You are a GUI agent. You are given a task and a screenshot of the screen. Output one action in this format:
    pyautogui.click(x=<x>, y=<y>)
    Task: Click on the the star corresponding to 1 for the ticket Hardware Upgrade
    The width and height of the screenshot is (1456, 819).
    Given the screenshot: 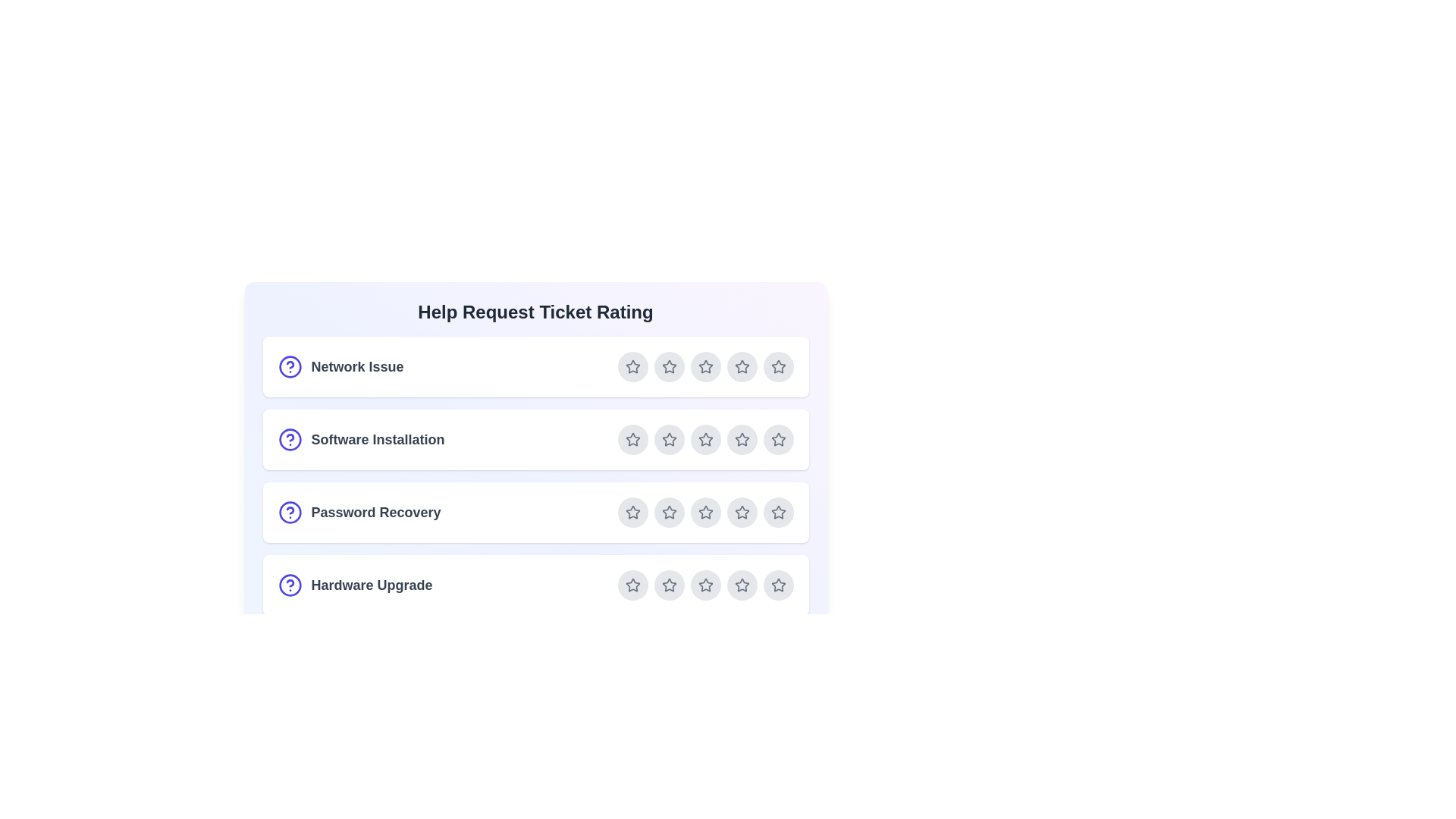 What is the action you would take?
    pyautogui.click(x=632, y=584)
    